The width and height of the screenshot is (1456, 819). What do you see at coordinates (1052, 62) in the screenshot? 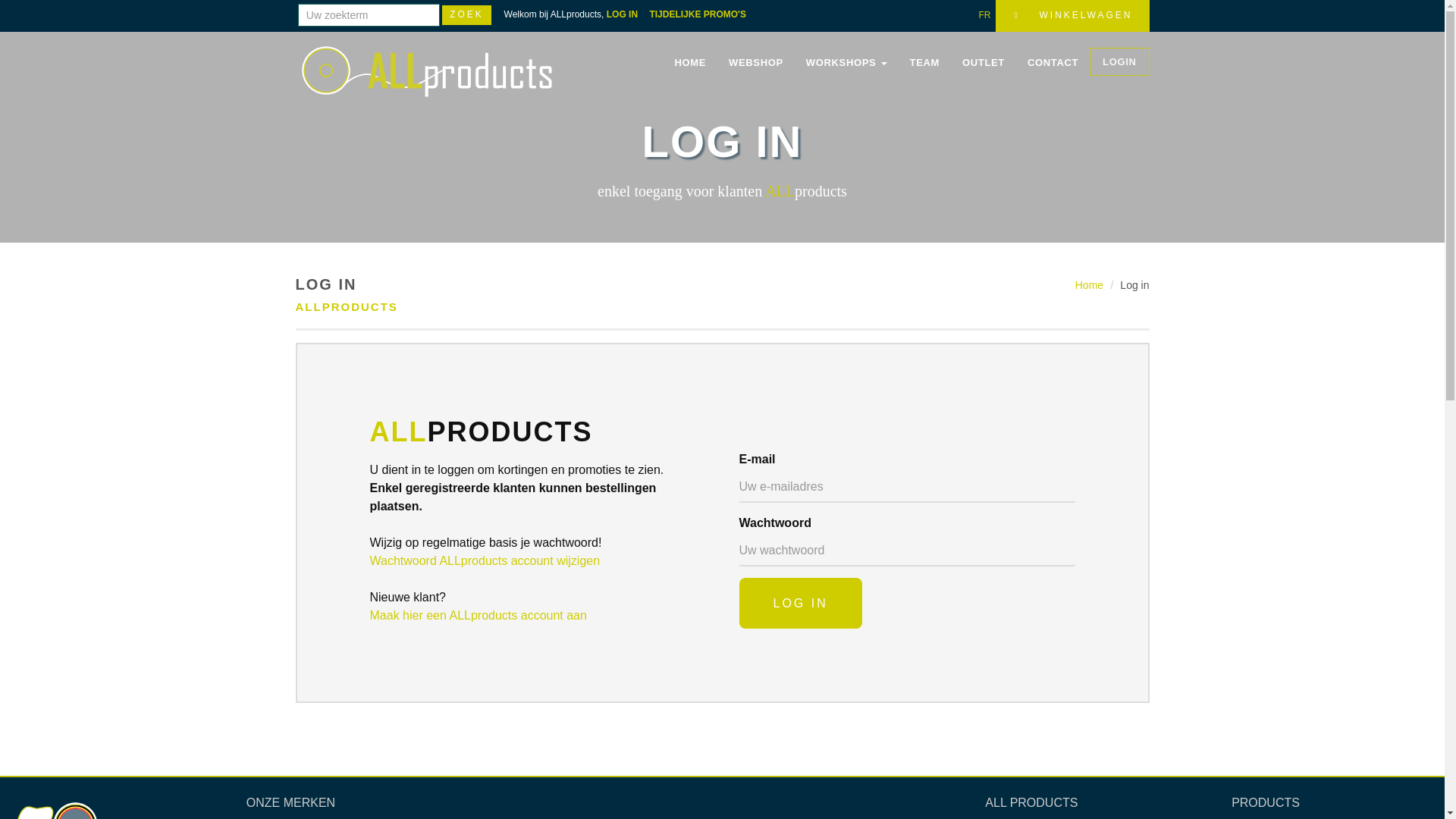
I see `'CONTACT'` at bounding box center [1052, 62].